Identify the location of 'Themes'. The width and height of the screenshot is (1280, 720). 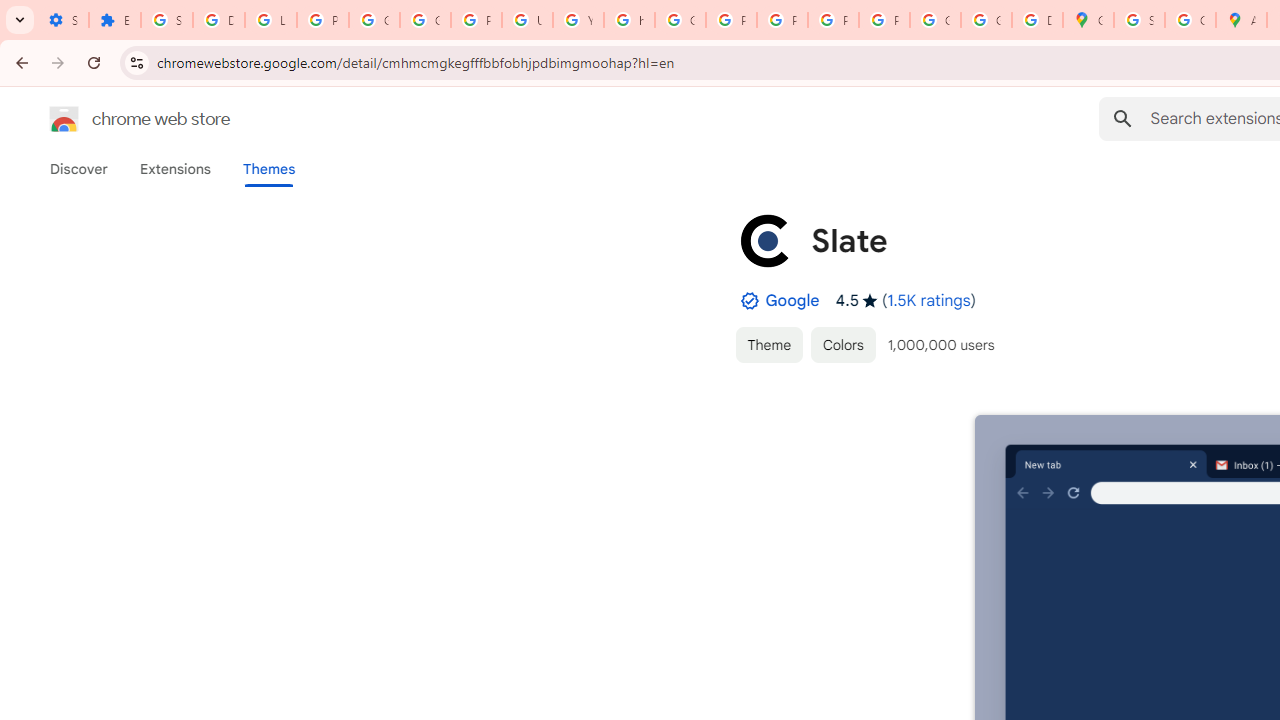
(268, 168).